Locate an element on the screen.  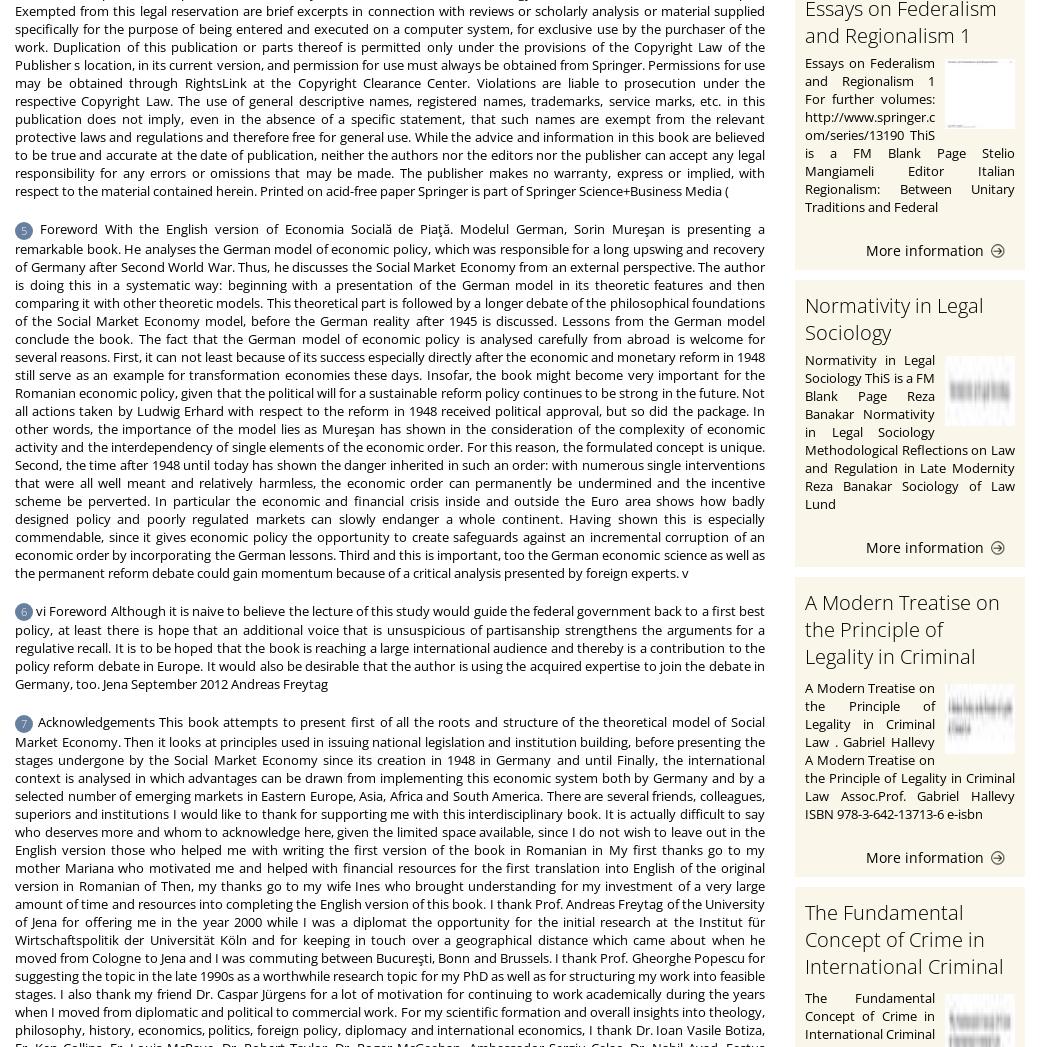
'vi Foreword Although it is naive to believe the lecture of this study would guide the federal government back to a first best policy, at least there is hope that an additional voice that is unsuspicious of partisanship strengthens the arguments for a regulative recall. It is to be hoped that the book is reaching a large international audience and thereby is a contribution to the policy reform debate in Europe. It would also be desirable that the author is using the acquired expertise to join the debate in Germany, too. Jena September 2012 Andreas Freytag' is located at coordinates (389, 647).